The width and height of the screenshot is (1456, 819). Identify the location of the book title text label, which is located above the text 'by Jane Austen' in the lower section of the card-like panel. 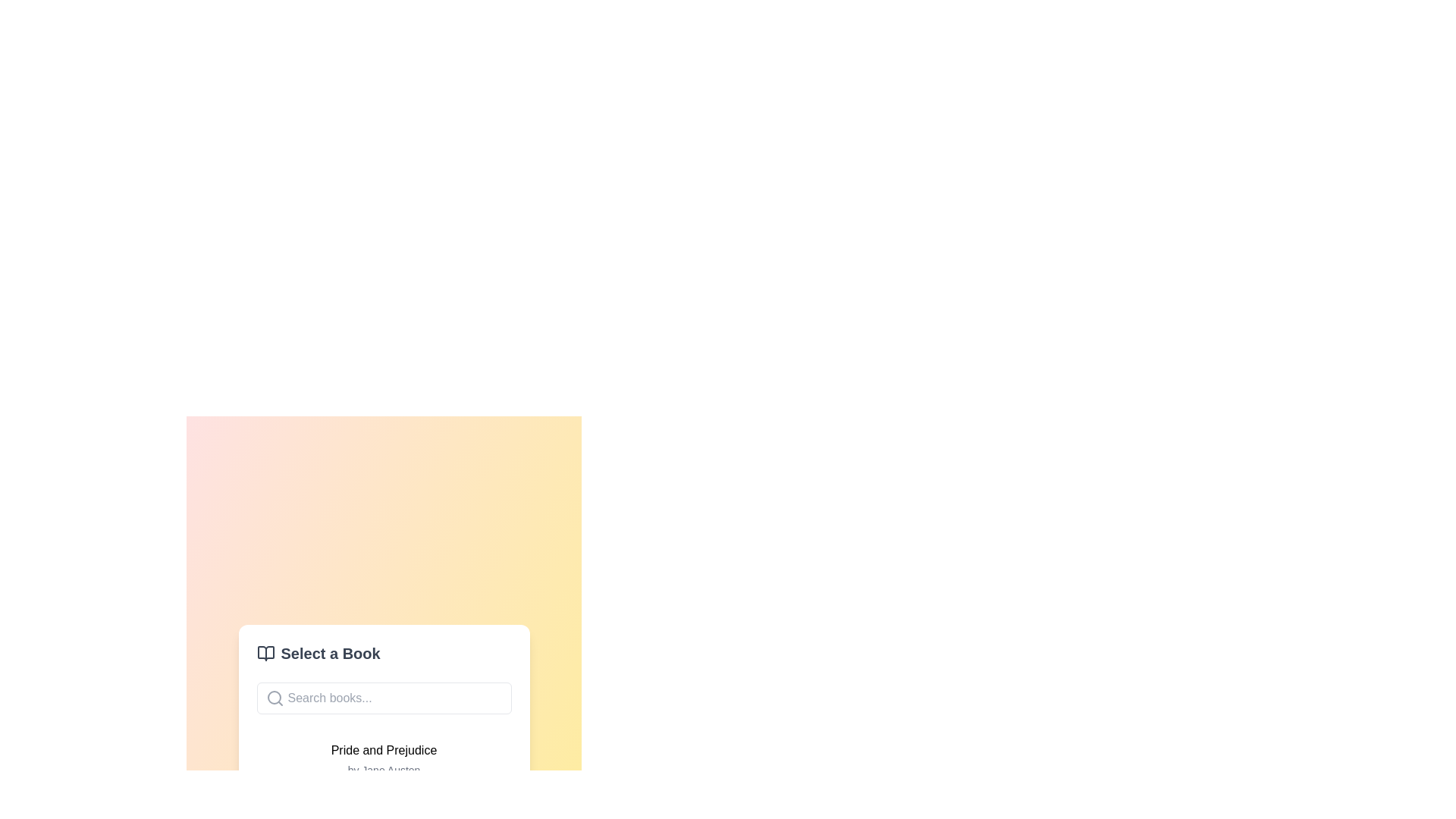
(384, 751).